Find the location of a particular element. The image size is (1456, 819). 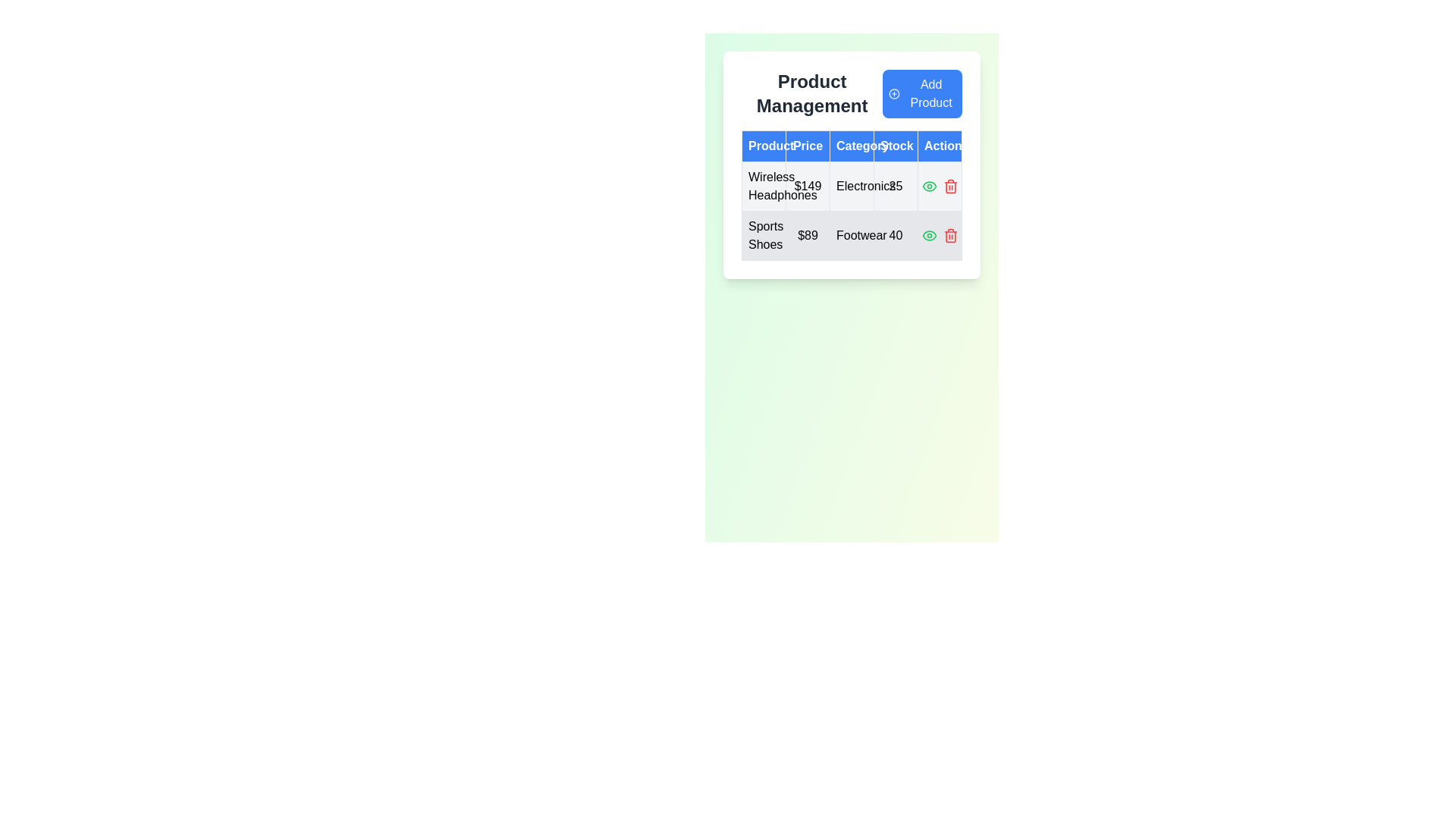

the 'Actions' label, which is the fifth element in a row of labels under 'Product Management' with a blue background and white text is located at coordinates (939, 146).